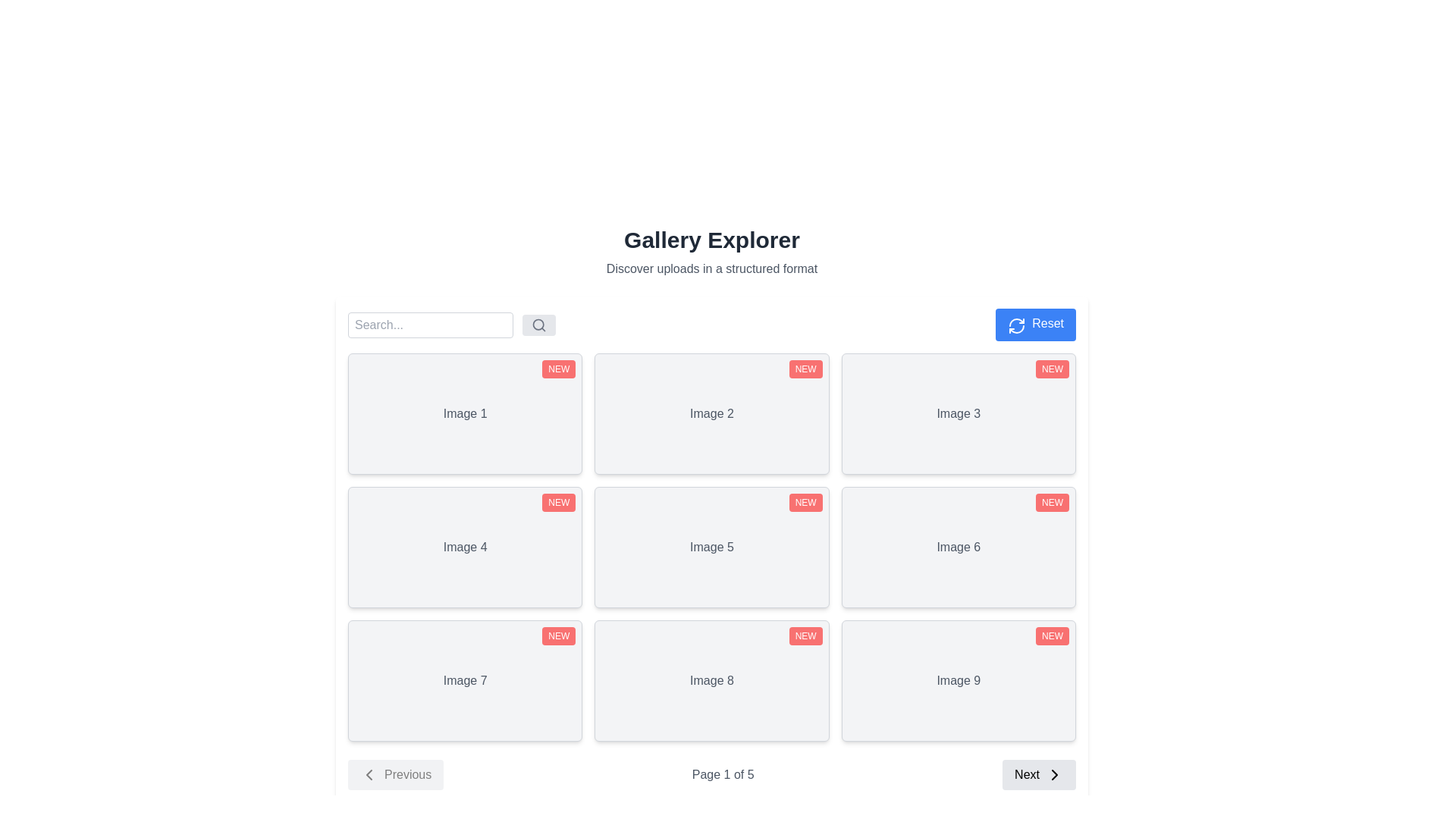 The width and height of the screenshot is (1456, 819). What do you see at coordinates (464, 680) in the screenshot?
I see `the Gallery Item Box containing 'Image 7' with a 'NEW' badge` at bounding box center [464, 680].